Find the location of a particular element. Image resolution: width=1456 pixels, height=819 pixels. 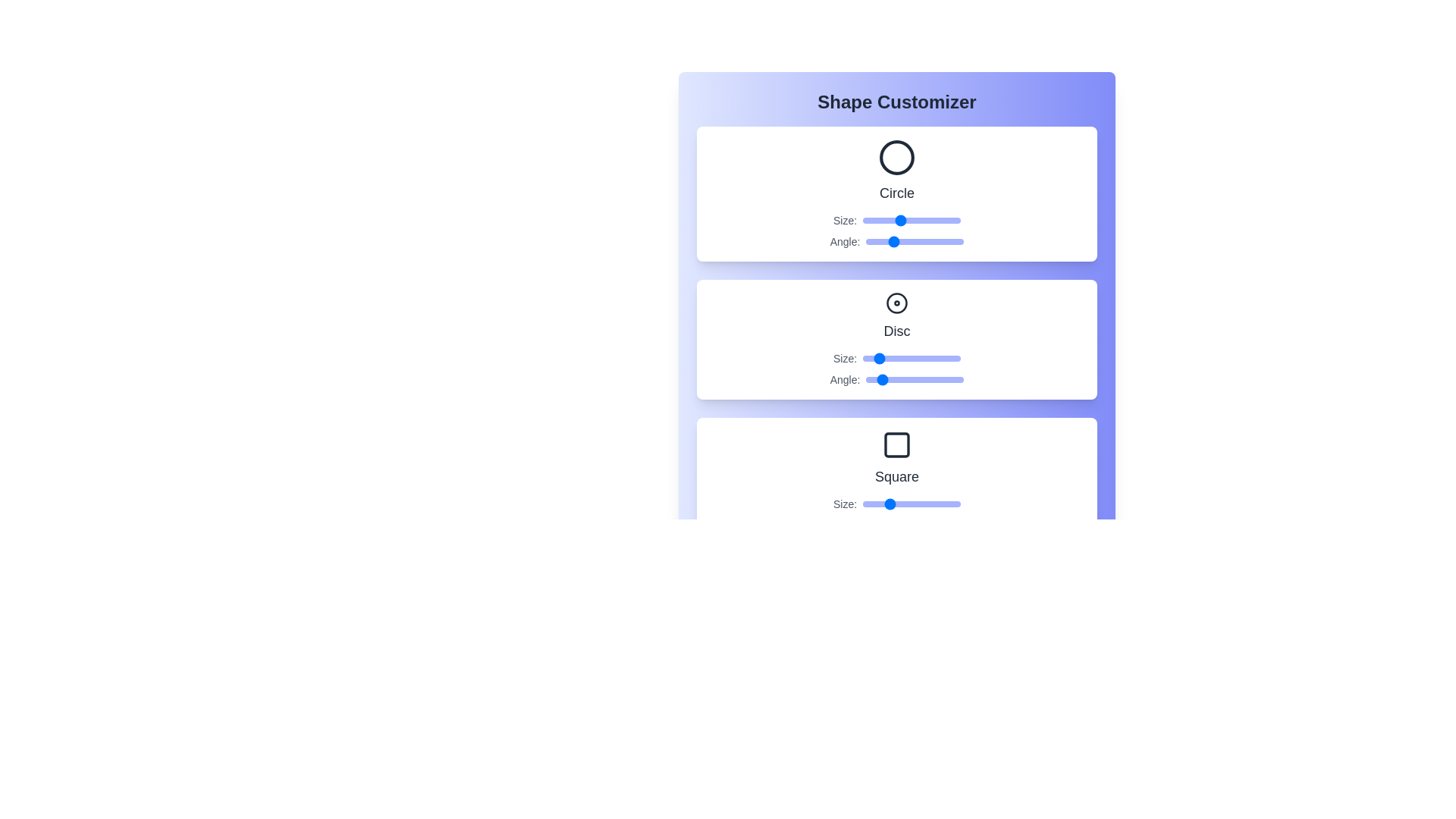

the Square's angle slider to 250 degrees is located at coordinates (933, 525).